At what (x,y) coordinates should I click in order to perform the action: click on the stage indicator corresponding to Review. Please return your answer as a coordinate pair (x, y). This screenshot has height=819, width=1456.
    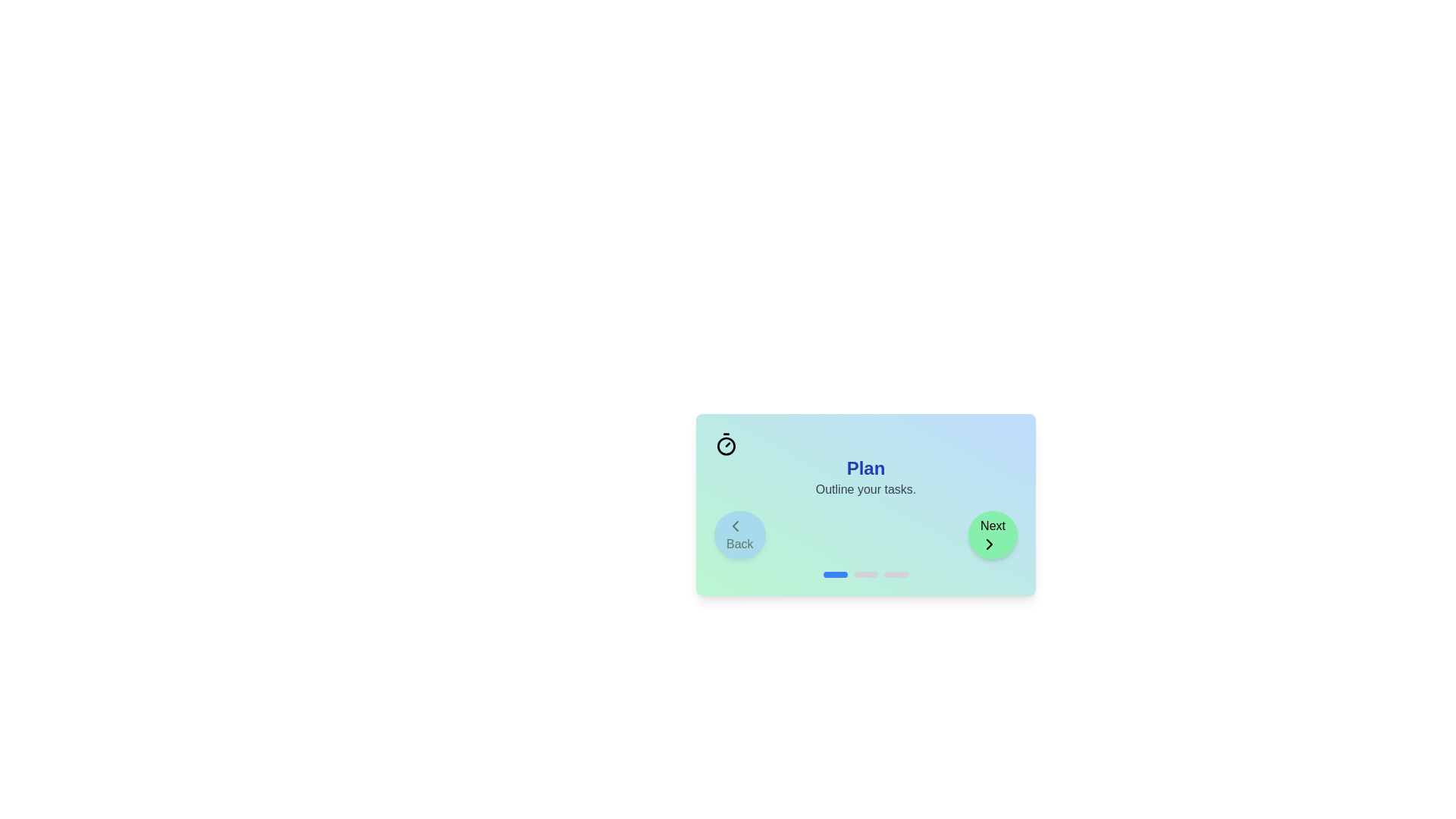
    Looking at the image, I should click on (896, 575).